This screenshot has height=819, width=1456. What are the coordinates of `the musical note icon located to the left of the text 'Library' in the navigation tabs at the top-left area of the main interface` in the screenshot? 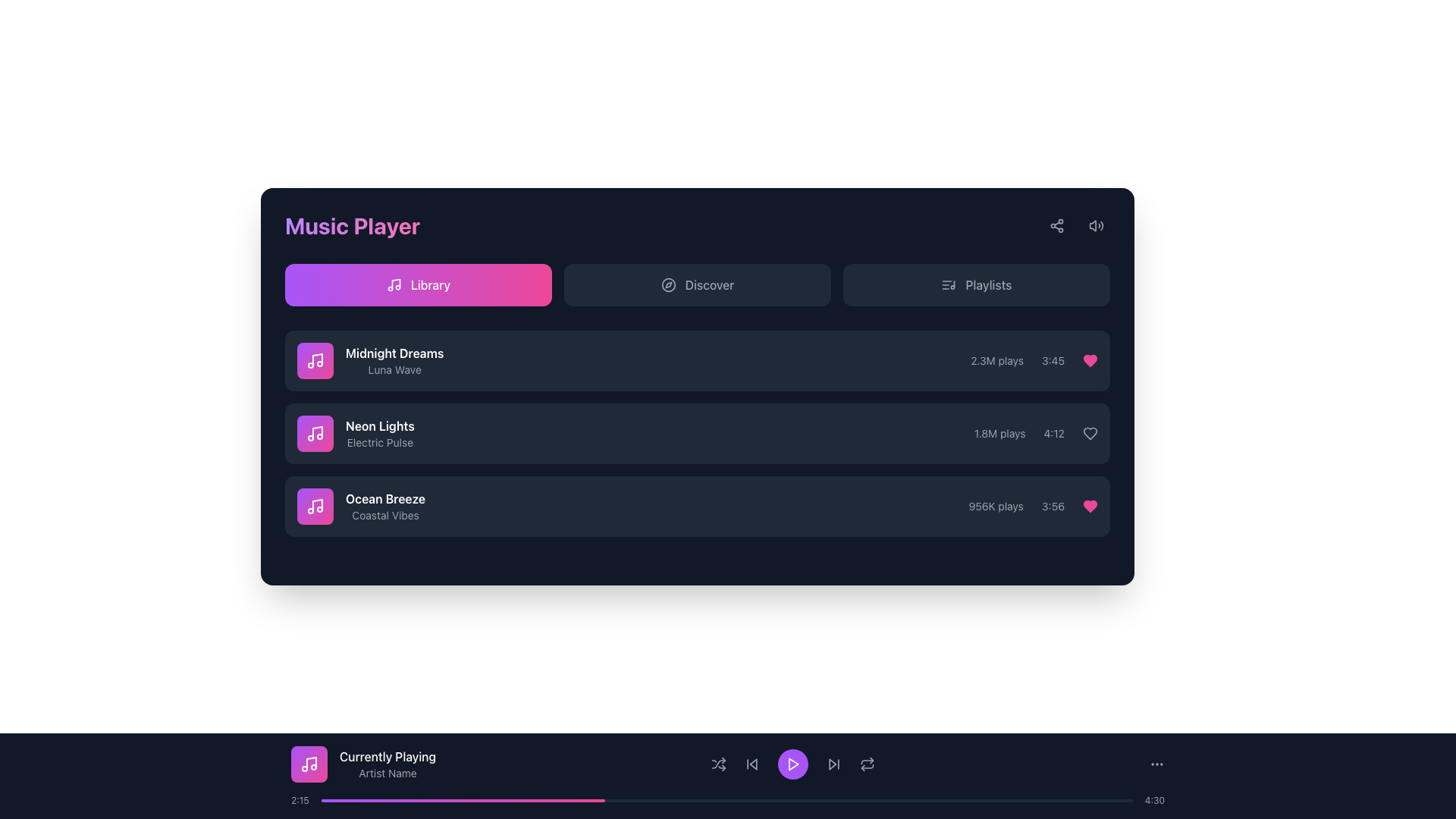 It's located at (394, 284).